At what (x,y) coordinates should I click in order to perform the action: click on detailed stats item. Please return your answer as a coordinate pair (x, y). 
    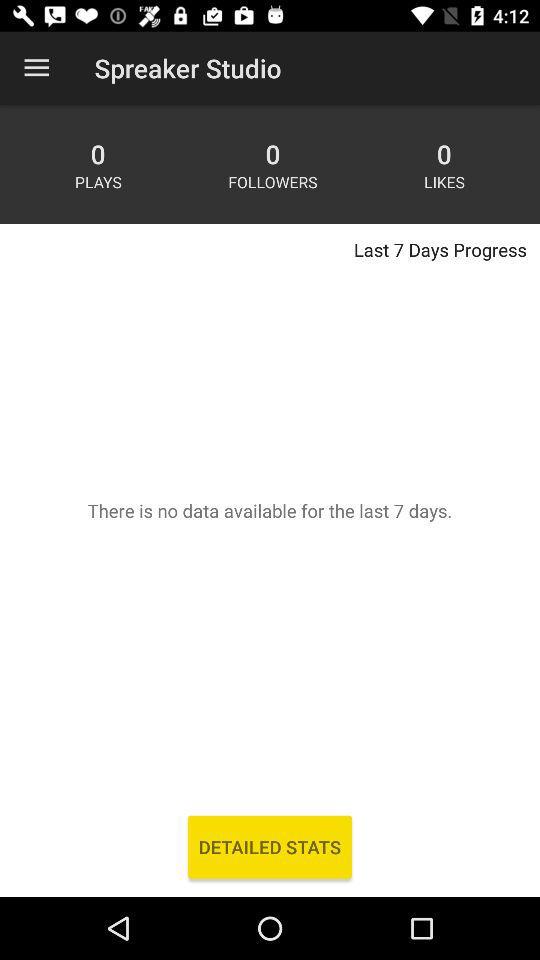
    Looking at the image, I should click on (270, 846).